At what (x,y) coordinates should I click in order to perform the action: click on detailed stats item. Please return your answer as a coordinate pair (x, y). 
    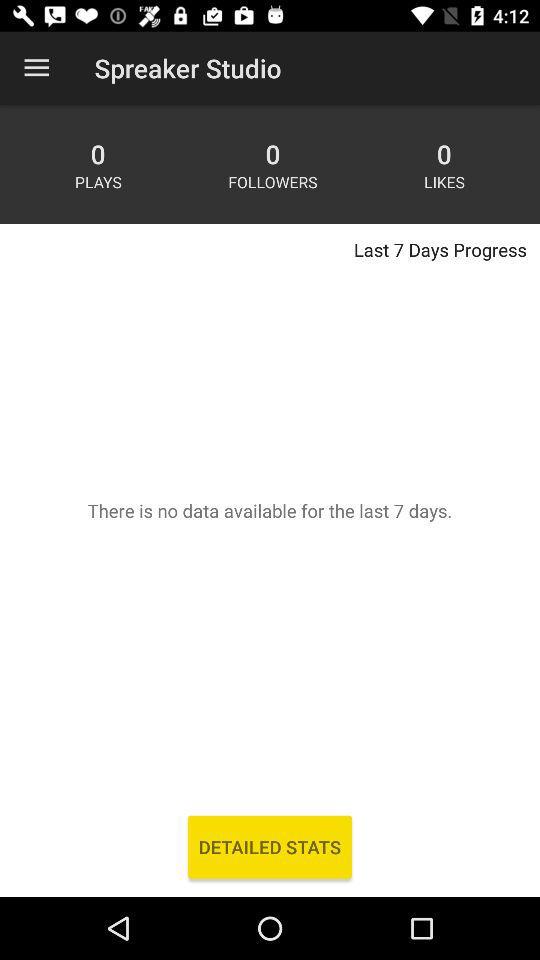
    Looking at the image, I should click on (270, 846).